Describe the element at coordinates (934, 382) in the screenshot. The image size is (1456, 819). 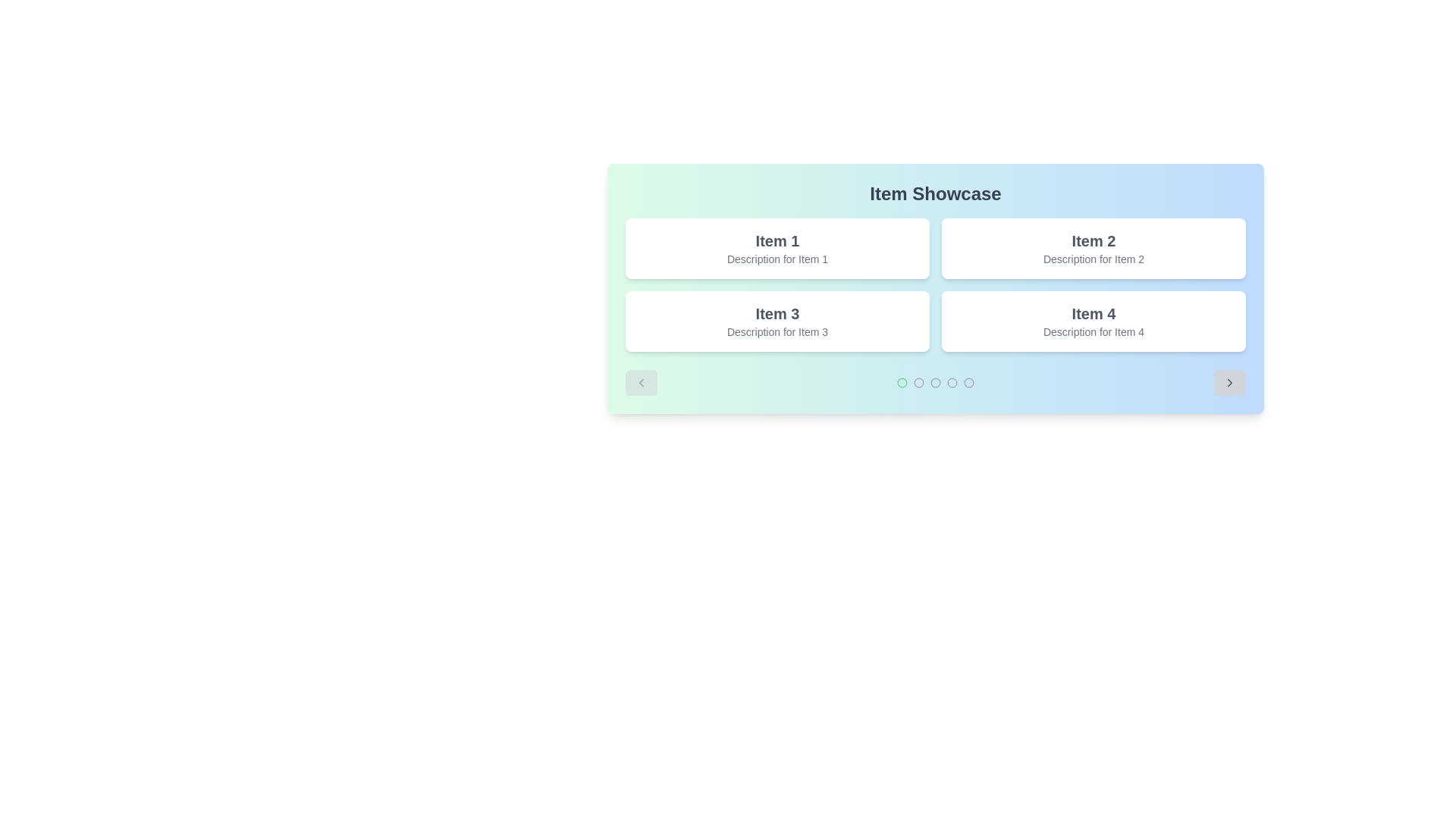
I see `the third circular navigation indicator from the left in the horizontal row of four indicators` at that location.